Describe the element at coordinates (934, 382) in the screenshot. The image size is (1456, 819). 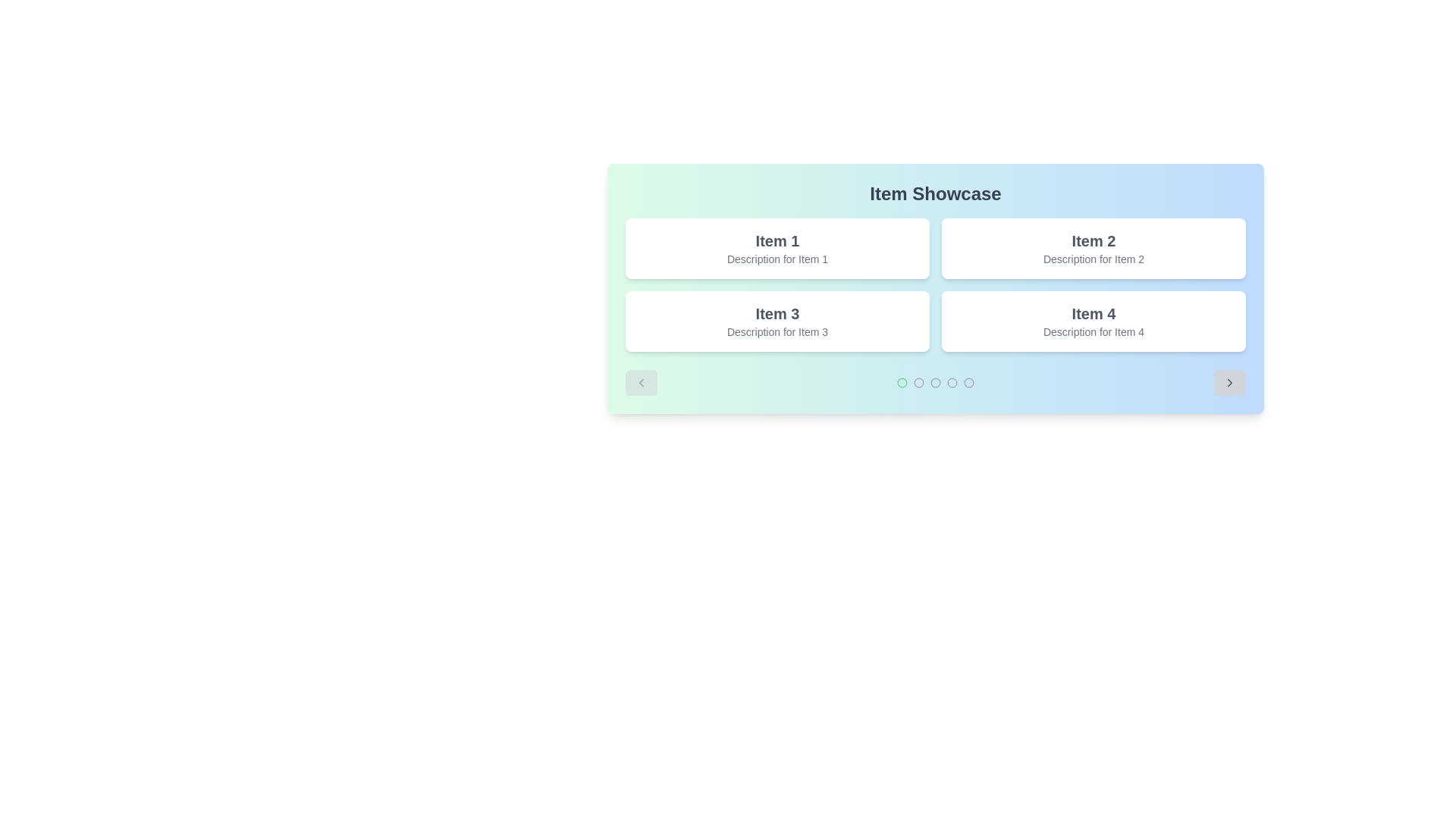
I see `the third circular navigation indicator from the left in the horizontal row of four indicators` at that location.